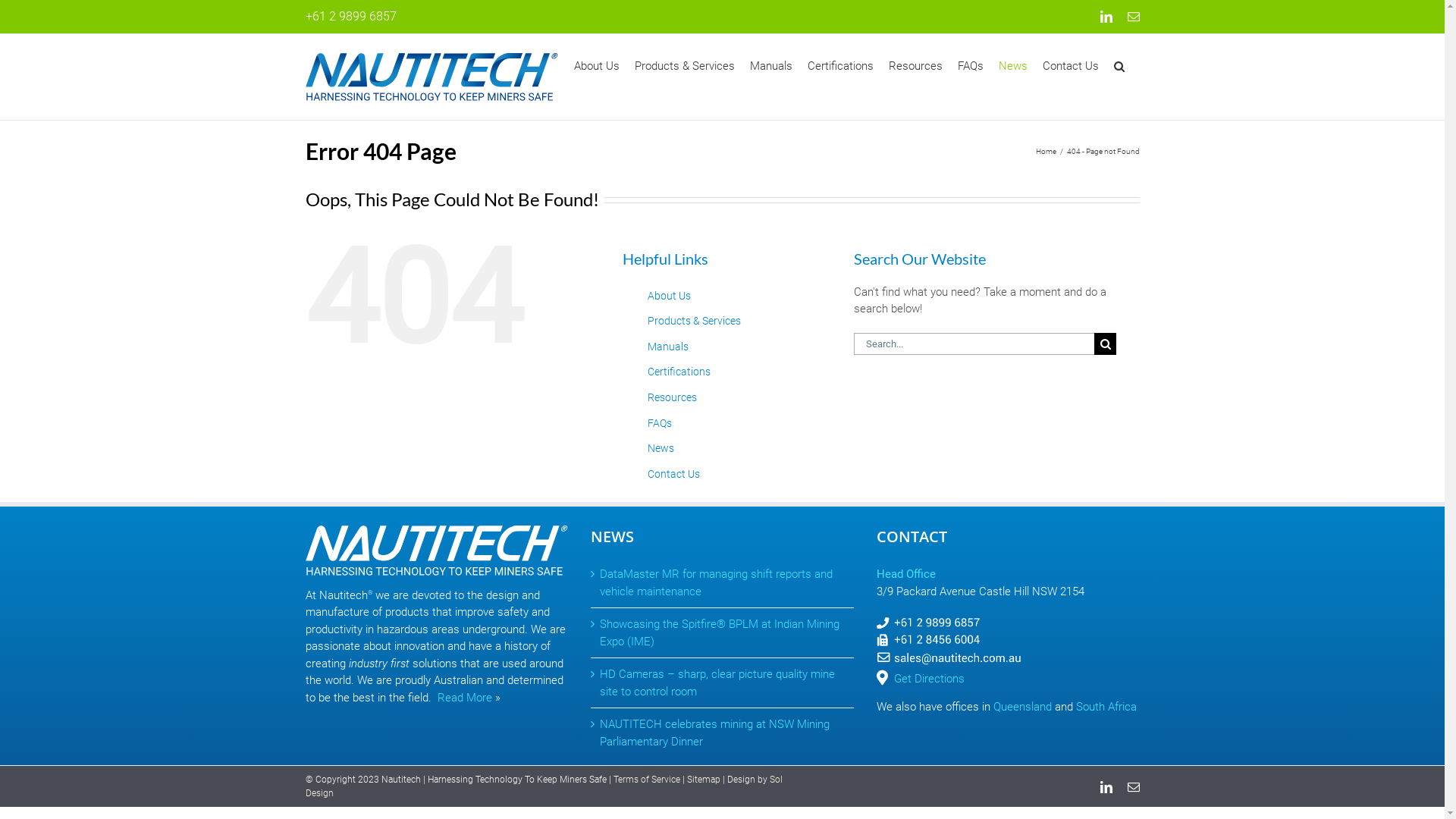 Image resolution: width=1456 pixels, height=819 pixels. What do you see at coordinates (645, 780) in the screenshot?
I see `'Terms of Service'` at bounding box center [645, 780].